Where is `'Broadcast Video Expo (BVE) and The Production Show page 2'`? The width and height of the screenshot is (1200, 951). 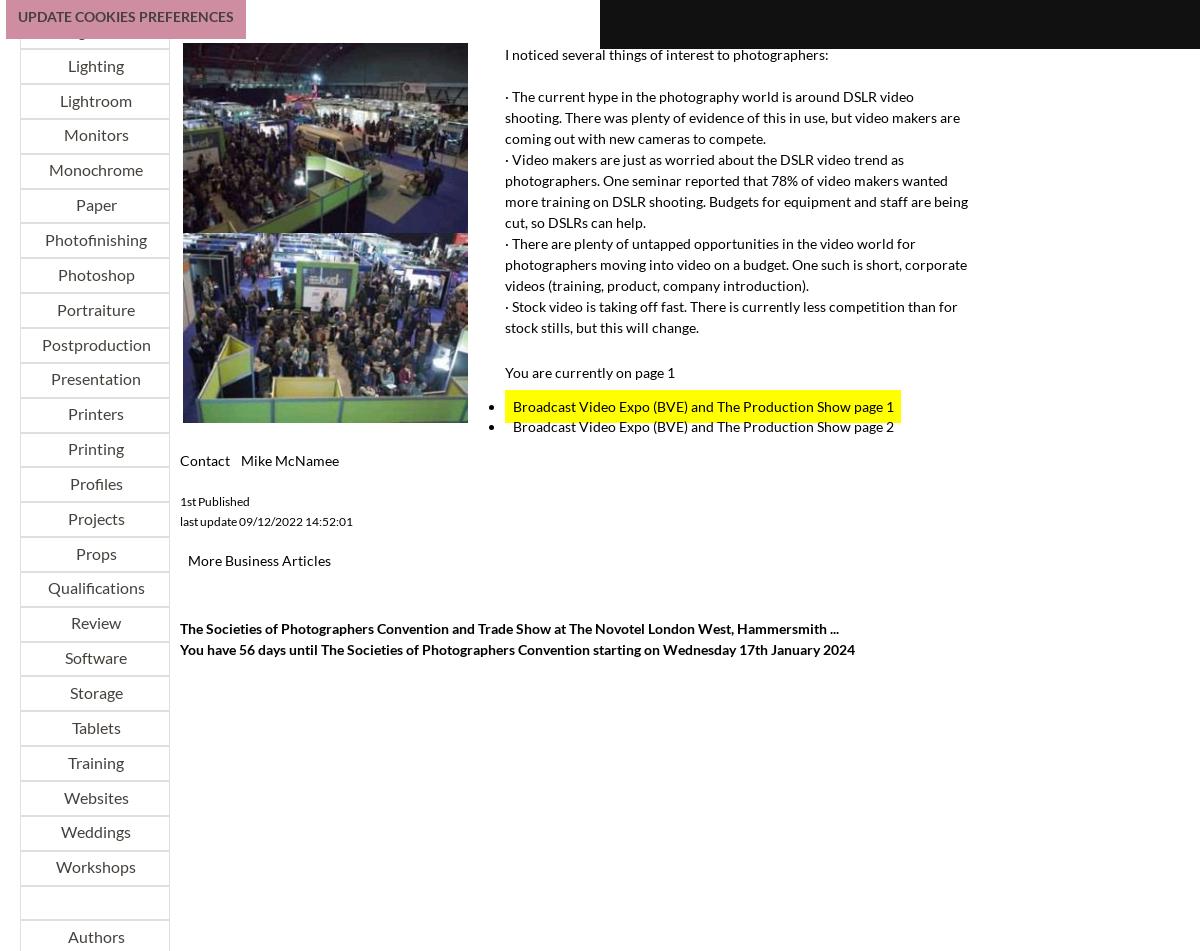
'Broadcast Video Expo (BVE) and The Production Show page 2' is located at coordinates (702, 426).